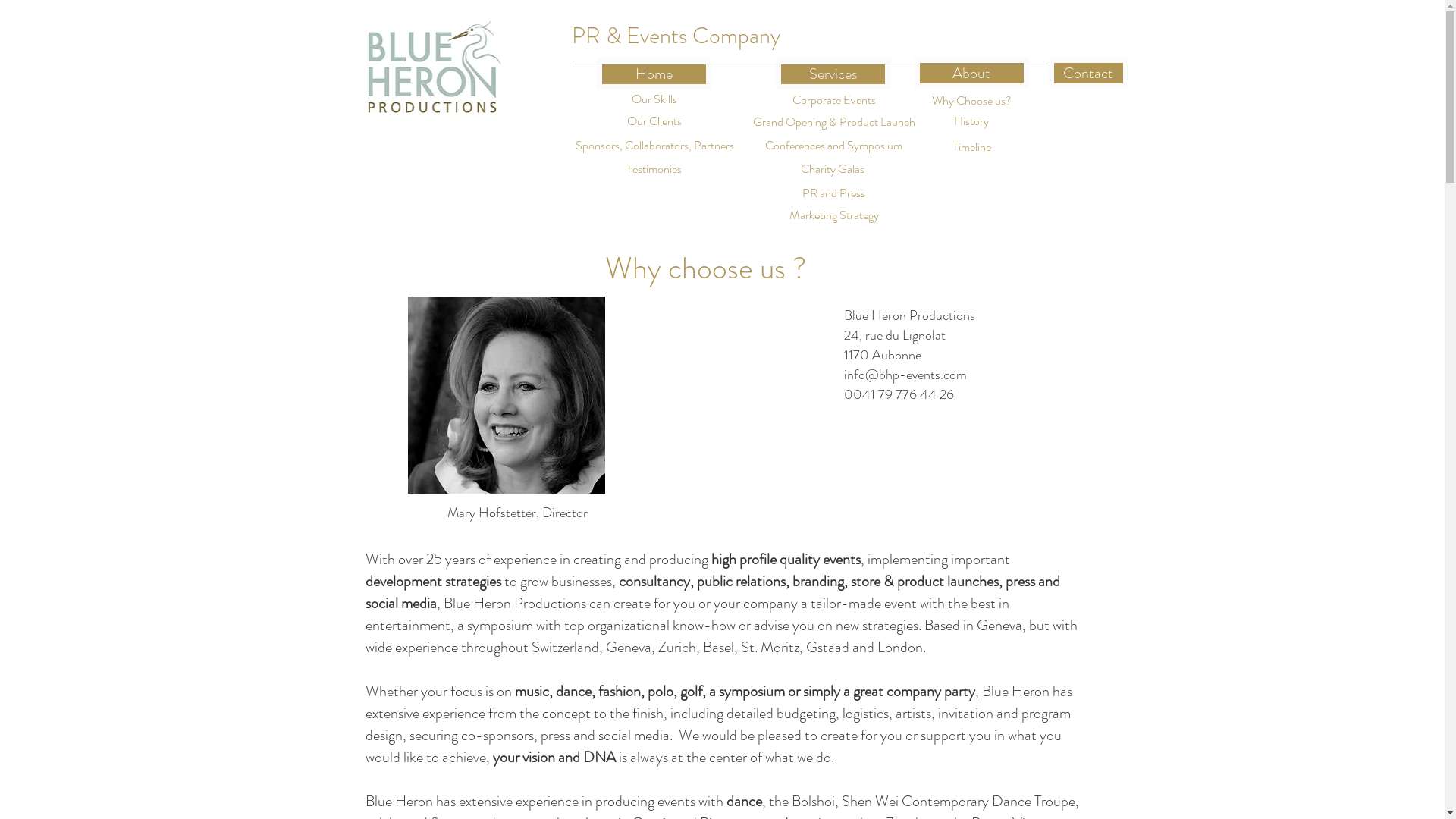 The width and height of the screenshot is (1456, 819). I want to click on 'Wix Language Menu', so click(998, 34).